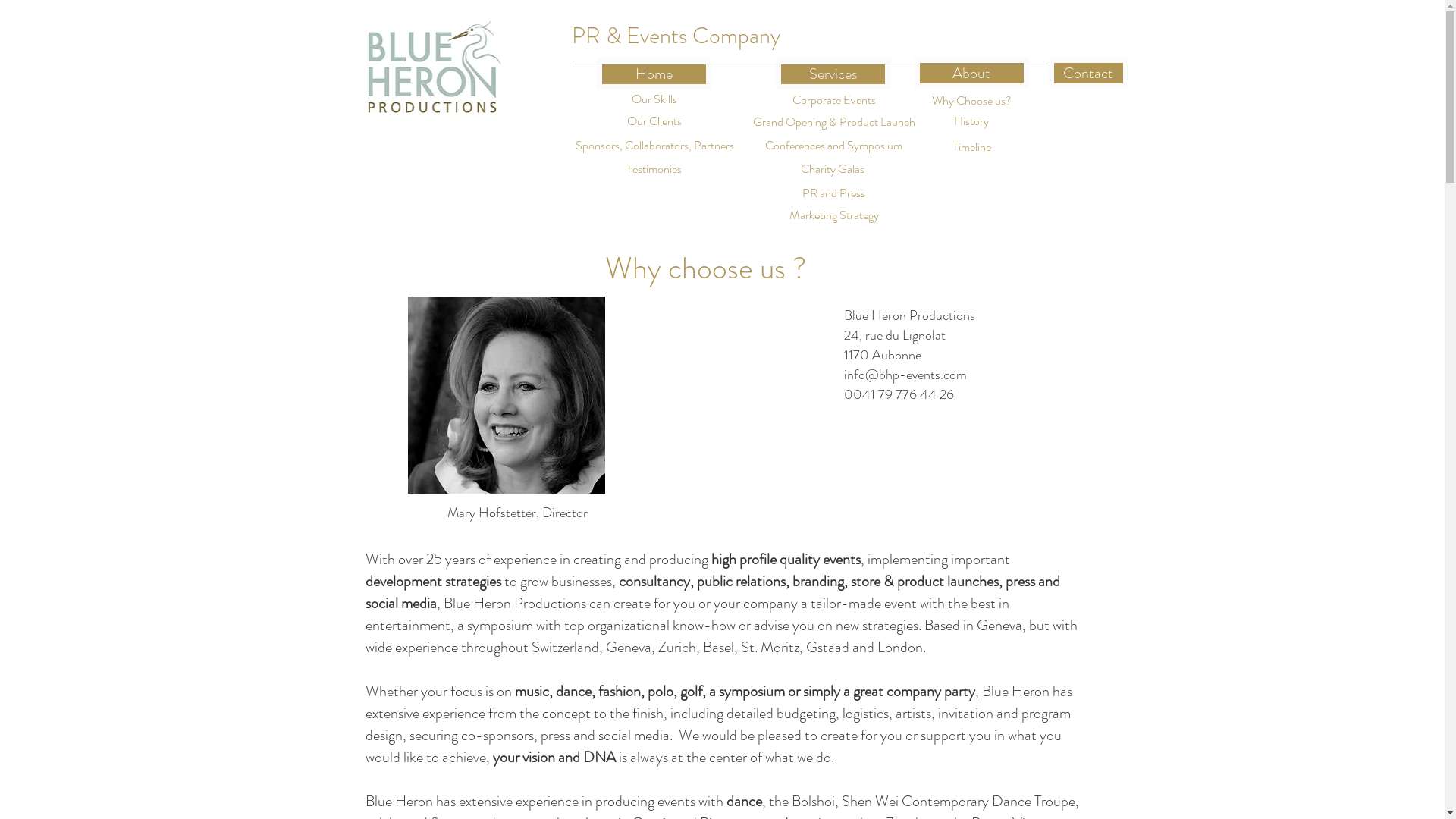 The width and height of the screenshot is (1456, 819). I want to click on 'Wix Language Menu', so click(998, 34).